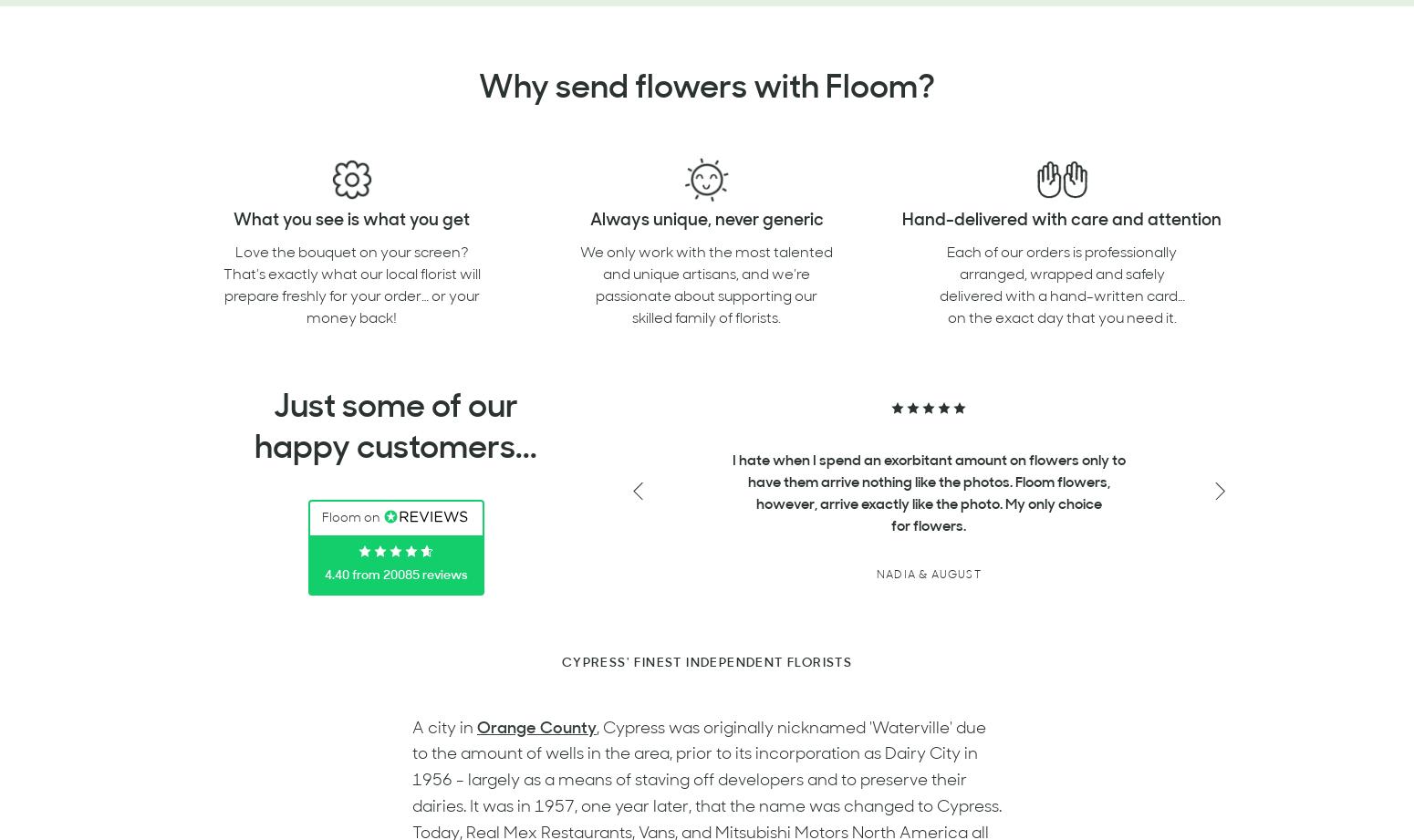 This screenshot has height=840, width=1414. Describe the element at coordinates (928, 575) in the screenshot. I see `'Nadia & August'` at that location.